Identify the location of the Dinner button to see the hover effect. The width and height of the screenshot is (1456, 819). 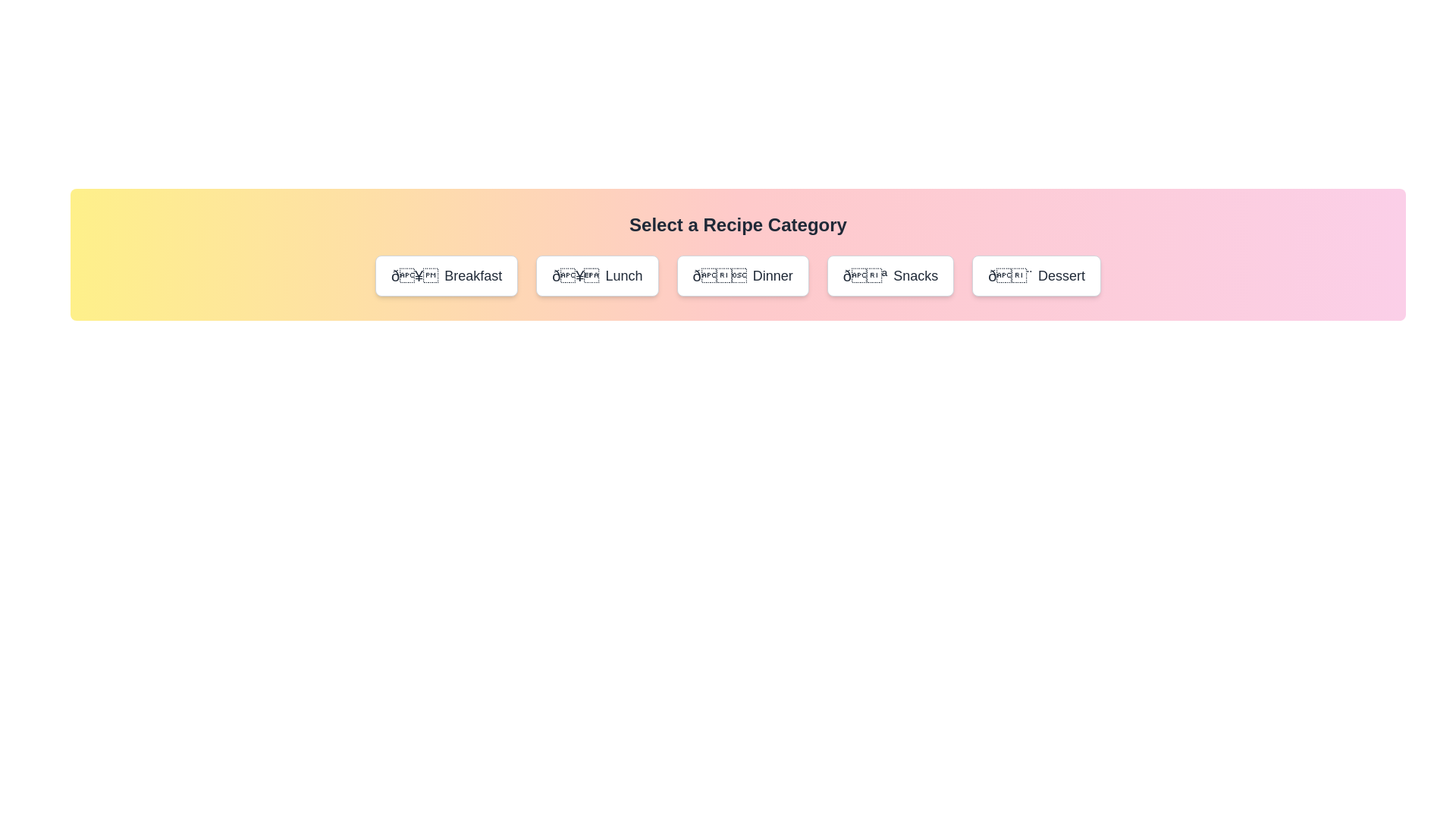
(742, 275).